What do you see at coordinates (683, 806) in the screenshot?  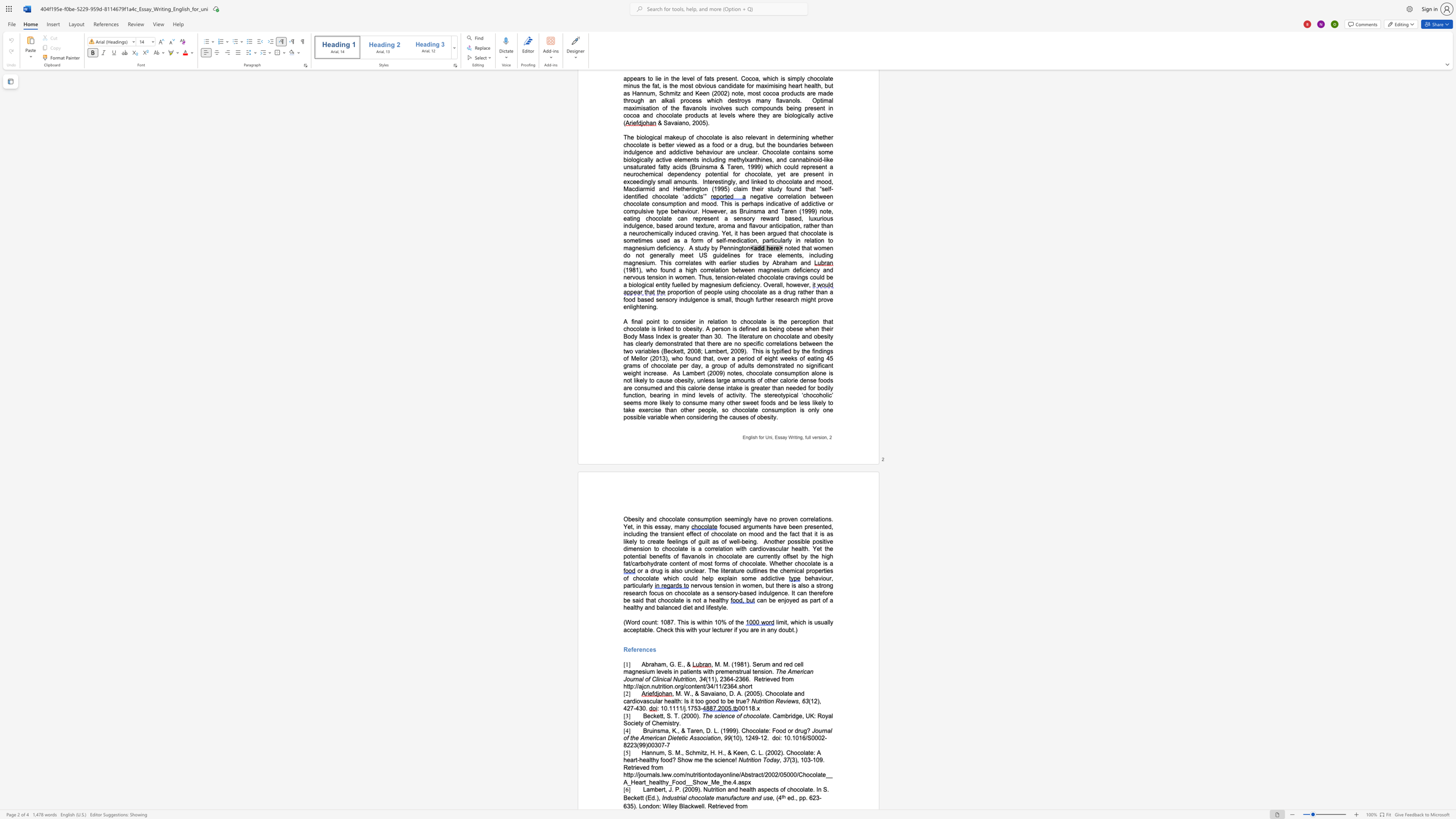 I see `the subset text "lackw" within the text "ed., pp. 623-635). London: Wiley Blackwell. Retrieved from"` at bounding box center [683, 806].